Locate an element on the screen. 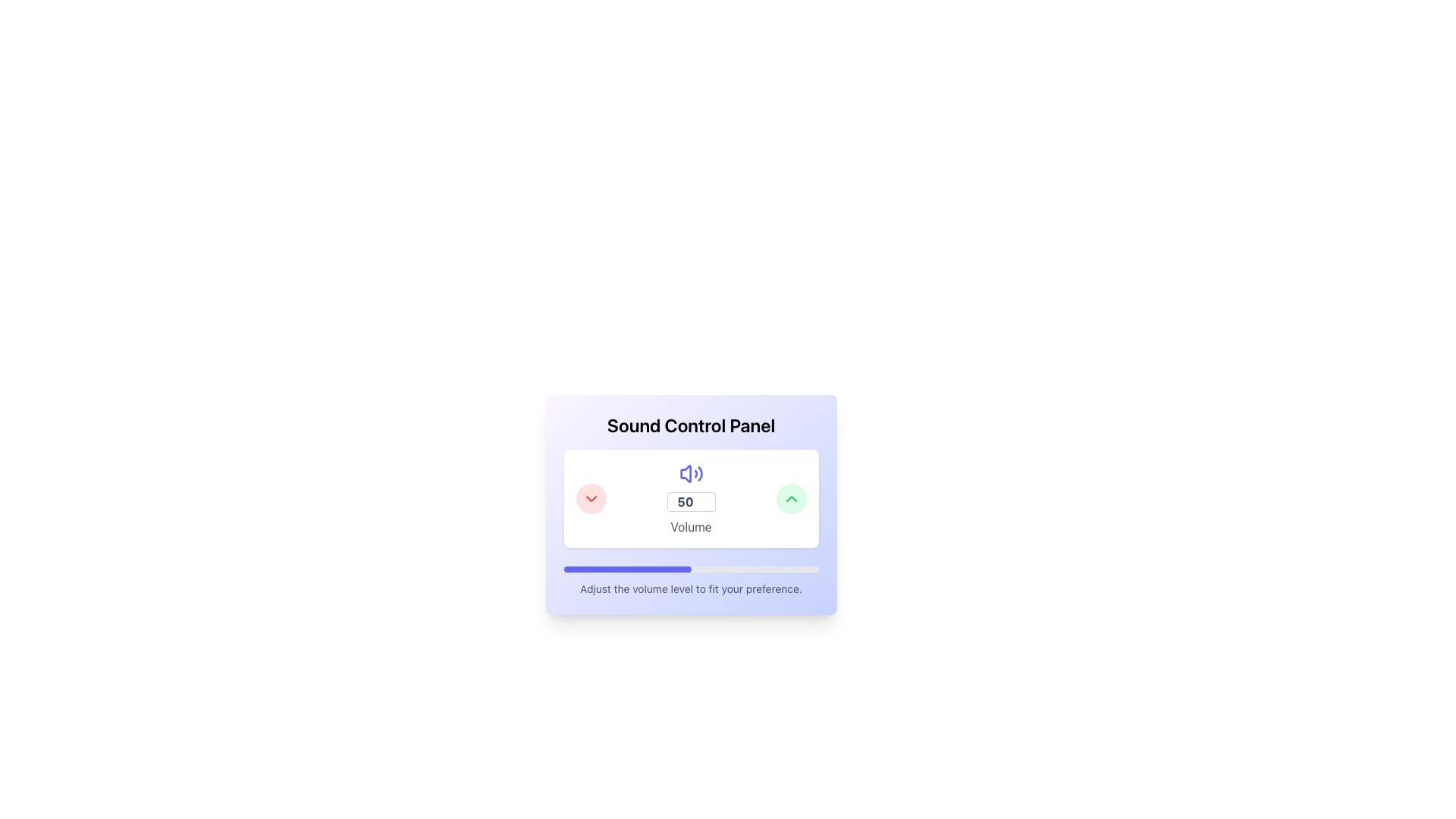 The image size is (1456, 819). to select the text in the editable numeric input control for adjusting the volume level, located centrally between the decrement and increment buttons in the Volume section below the speaker volume icon is located at coordinates (690, 502).